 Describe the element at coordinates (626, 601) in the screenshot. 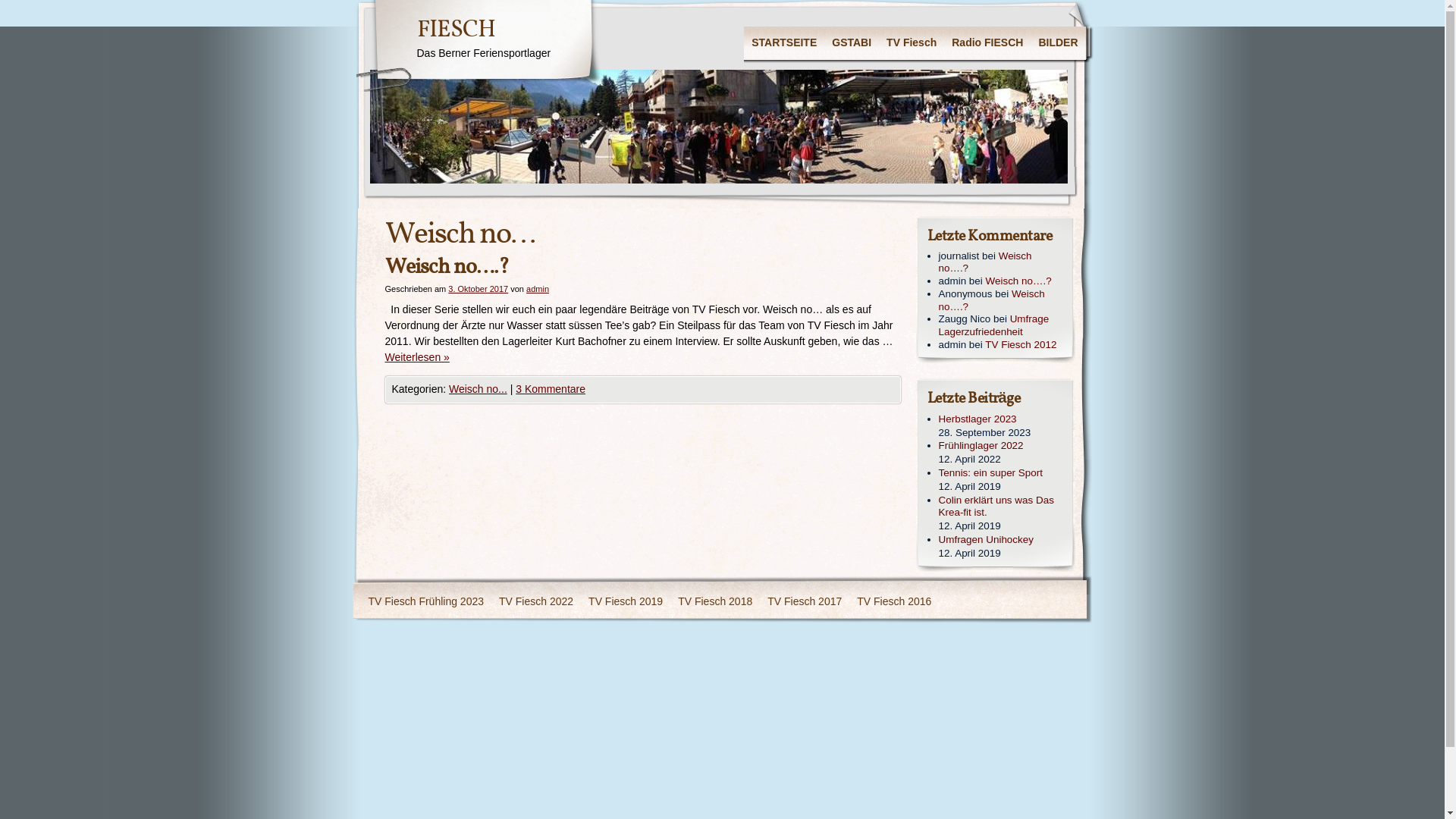

I see `'TV Fiesch 2019'` at that location.